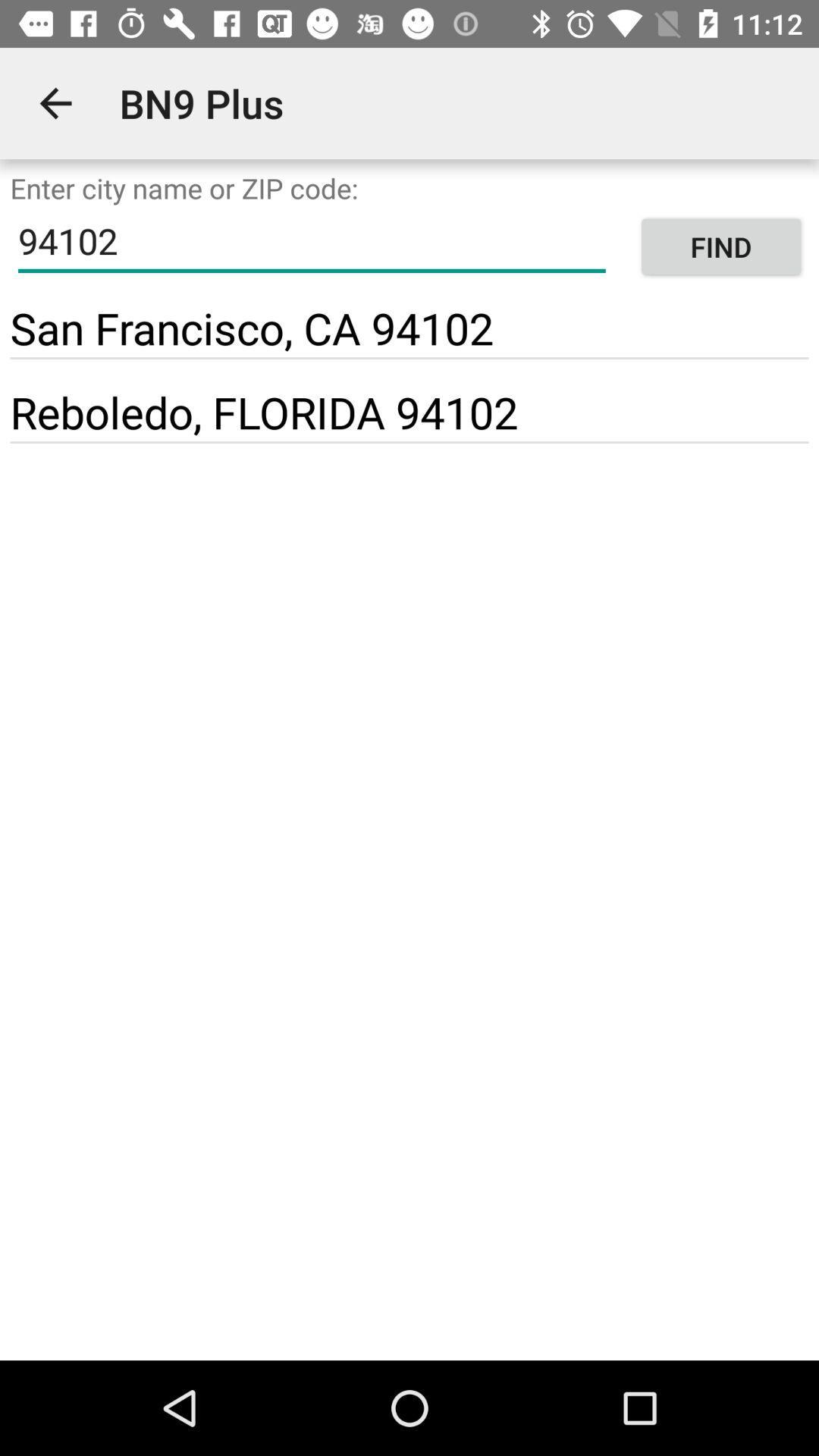 Image resolution: width=819 pixels, height=1456 pixels. I want to click on the item to the left of find icon, so click(251, 327).